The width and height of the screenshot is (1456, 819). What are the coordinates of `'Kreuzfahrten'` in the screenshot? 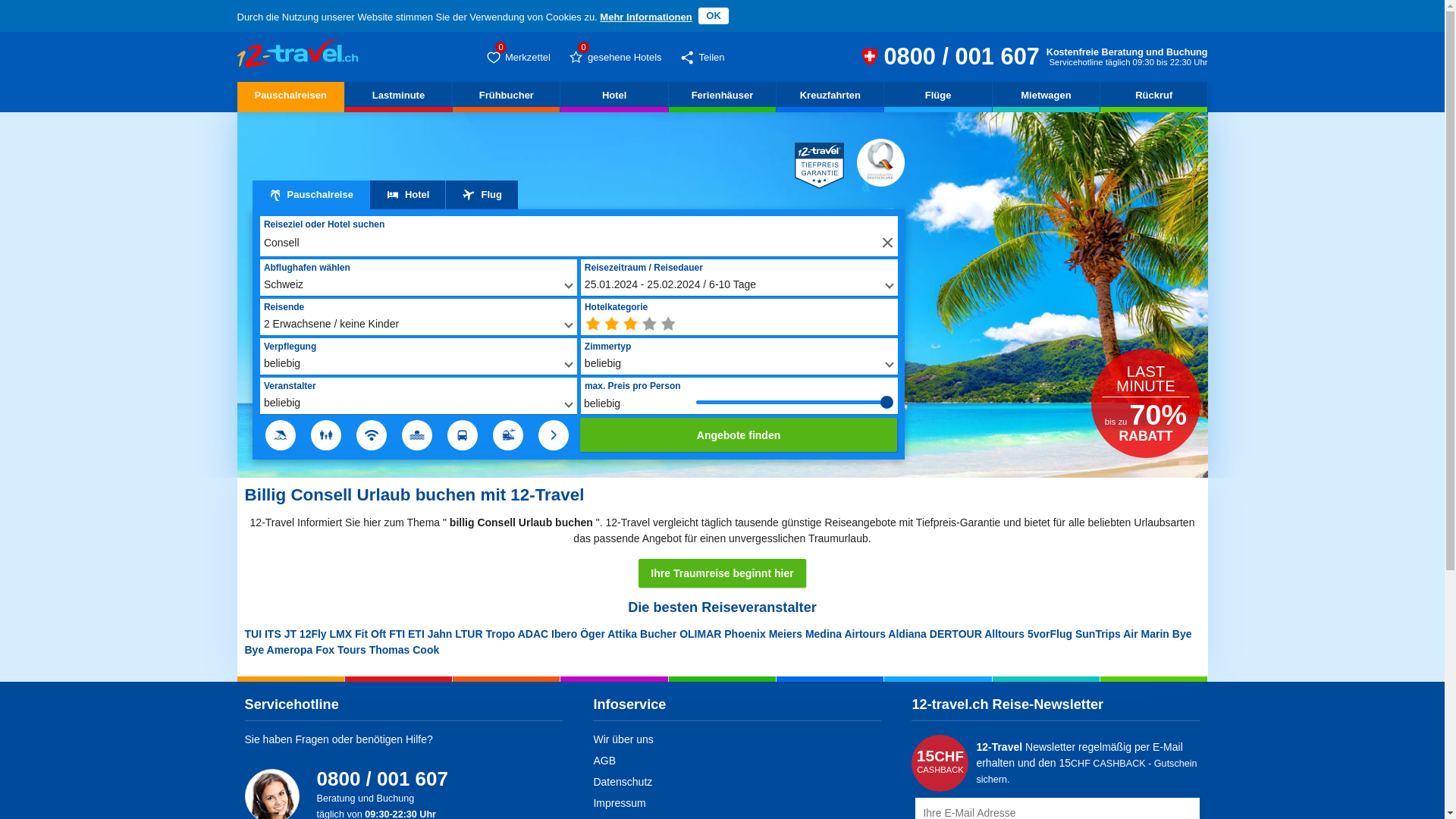 It's located at (829, 96).